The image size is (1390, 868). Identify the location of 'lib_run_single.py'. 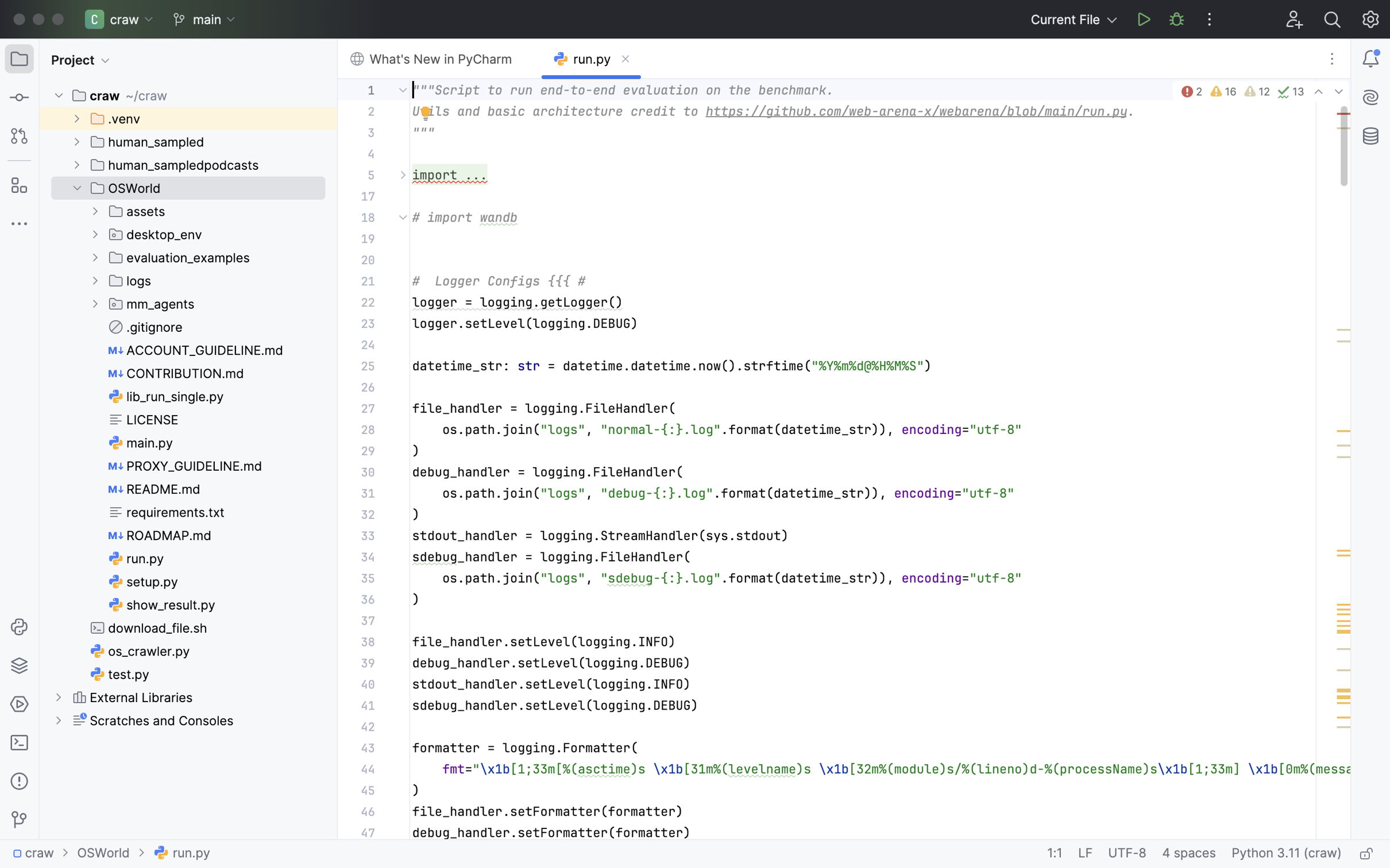
(167, 396).